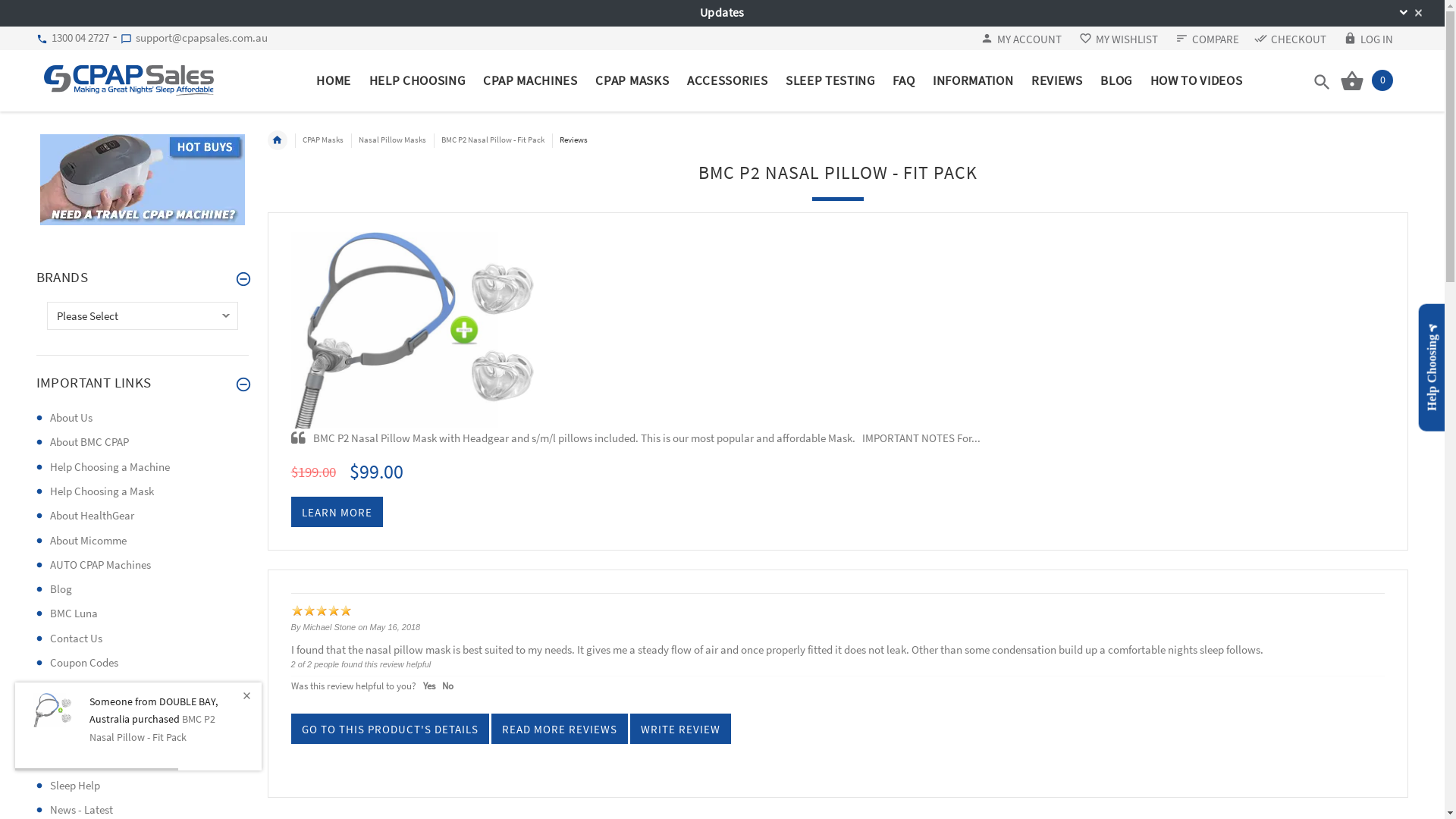  Describe the element at coordinates (74, 785) in the screenshot. I see `'Sleep Help'` at that location.